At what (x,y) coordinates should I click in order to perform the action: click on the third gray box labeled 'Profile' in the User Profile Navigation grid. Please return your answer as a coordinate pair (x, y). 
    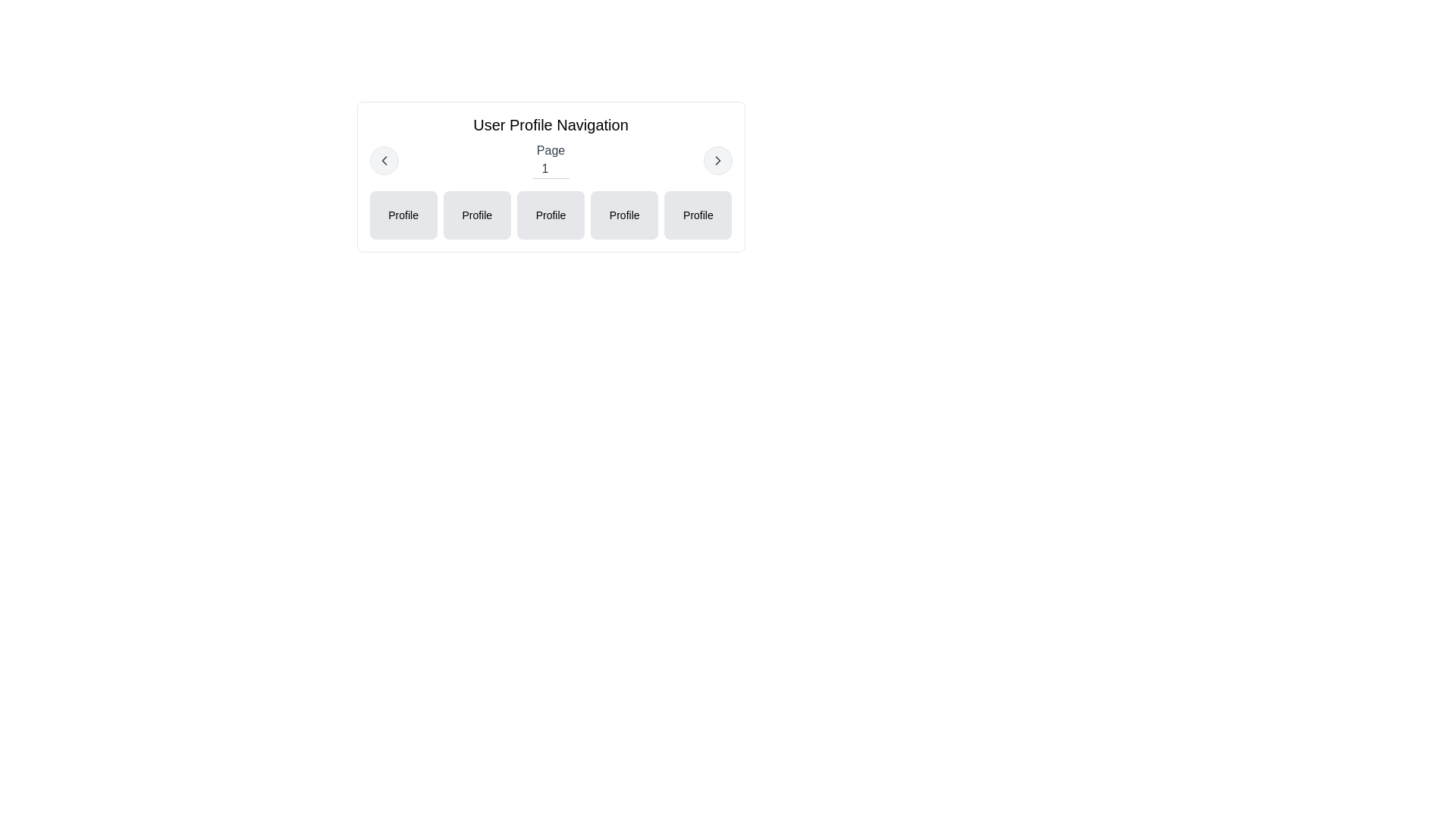
    Looking at the image, I should click on (550, 215).